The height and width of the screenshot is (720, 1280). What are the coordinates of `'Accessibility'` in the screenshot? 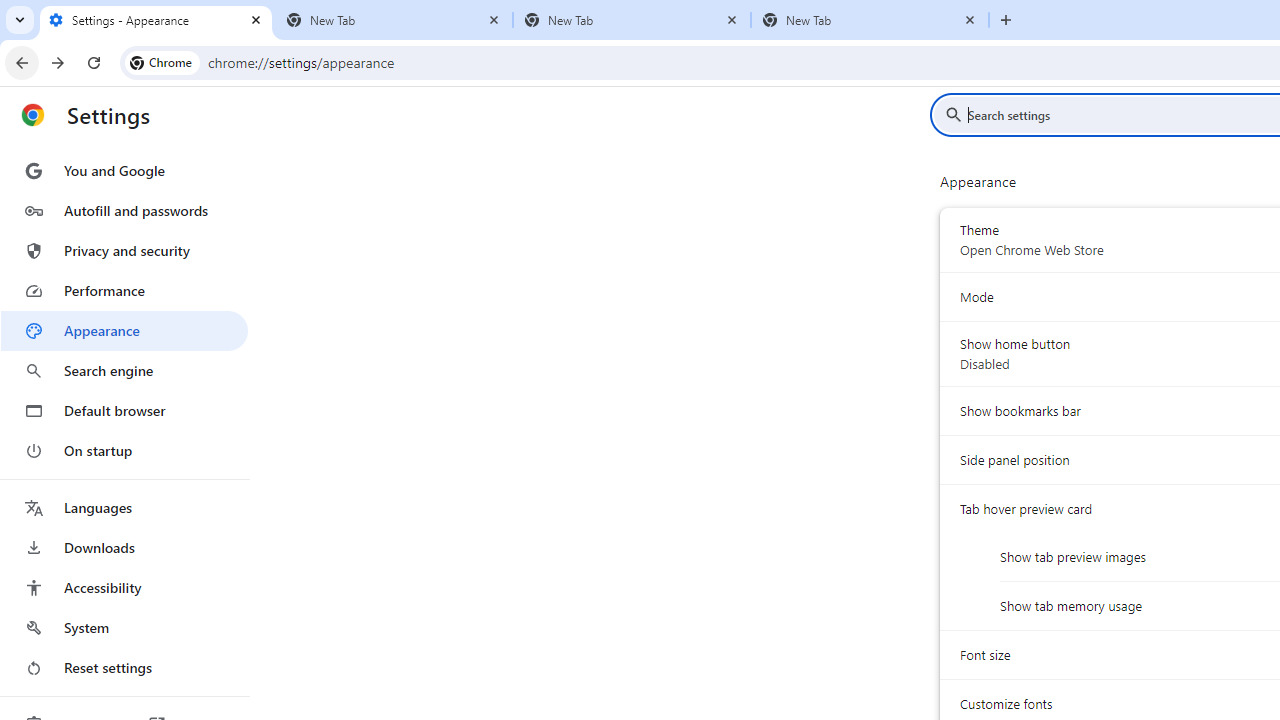 It's located at (123, 586).